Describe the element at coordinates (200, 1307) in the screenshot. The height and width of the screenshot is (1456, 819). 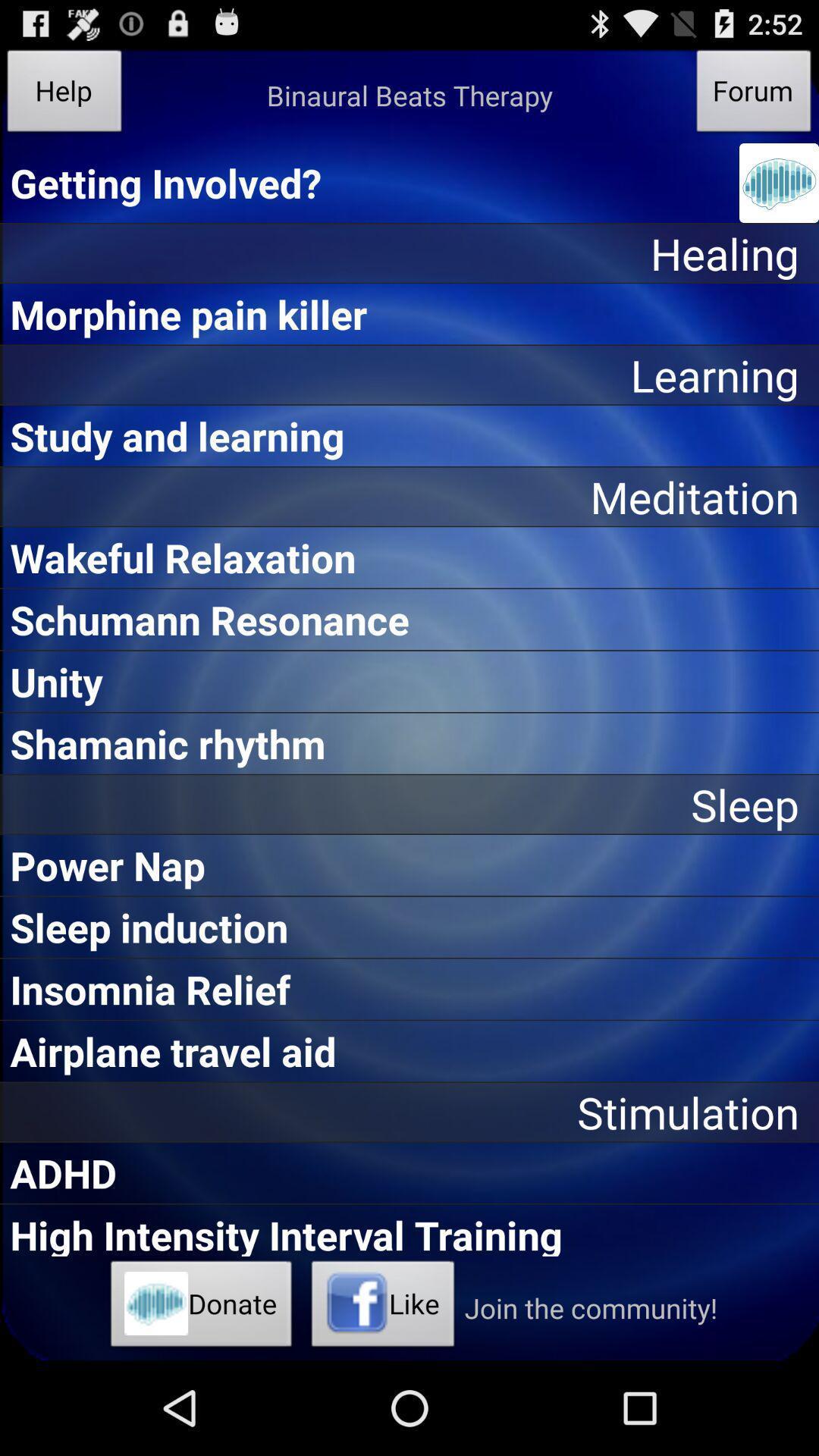
I see `donate item` at that location.